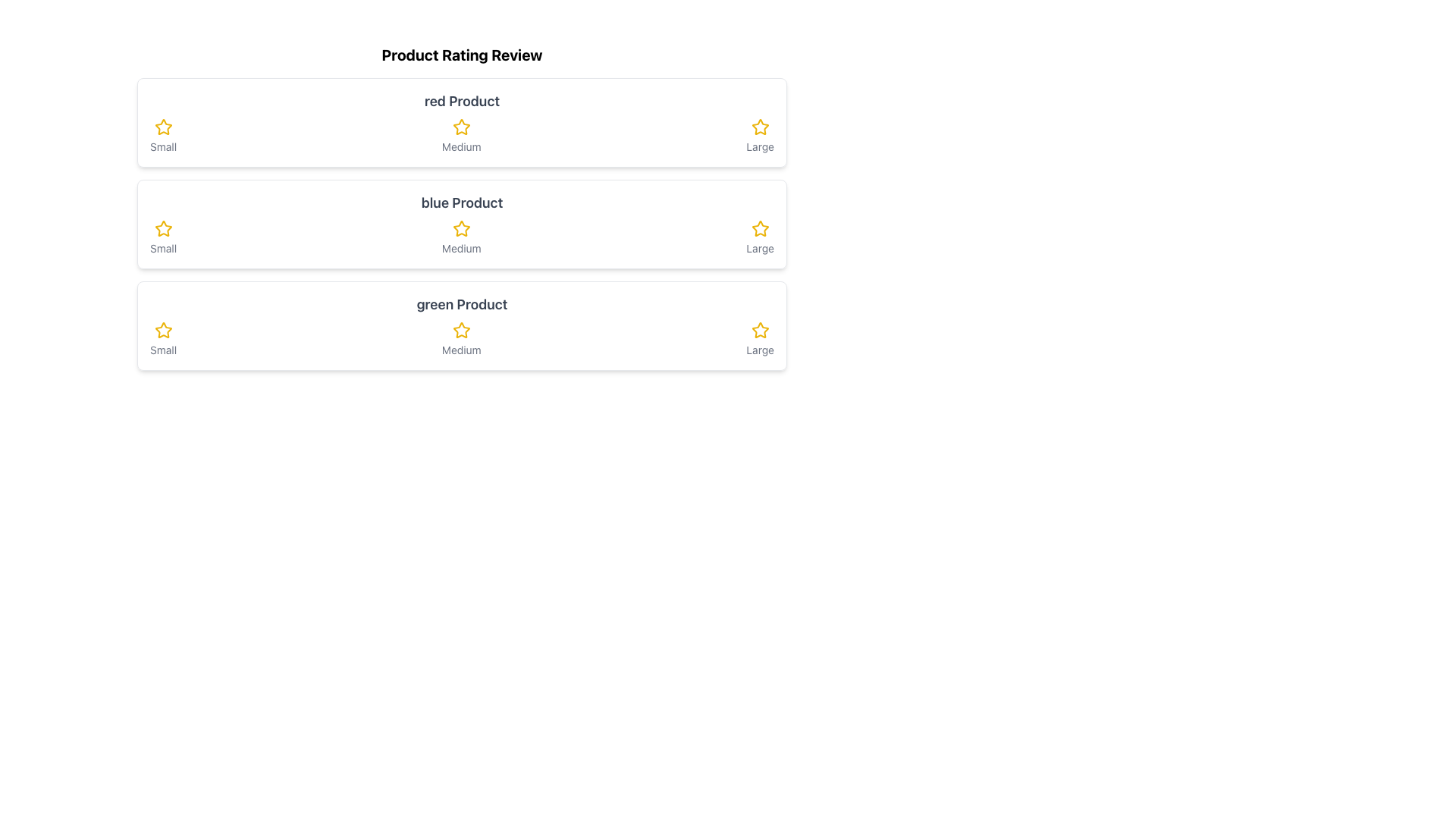  What do you see at coordinates (163, 338) in the screenshot?
I see `the selectable option labeled 'Small', which features a yellow star icon above its gray label` at bounding box center [163, 338].